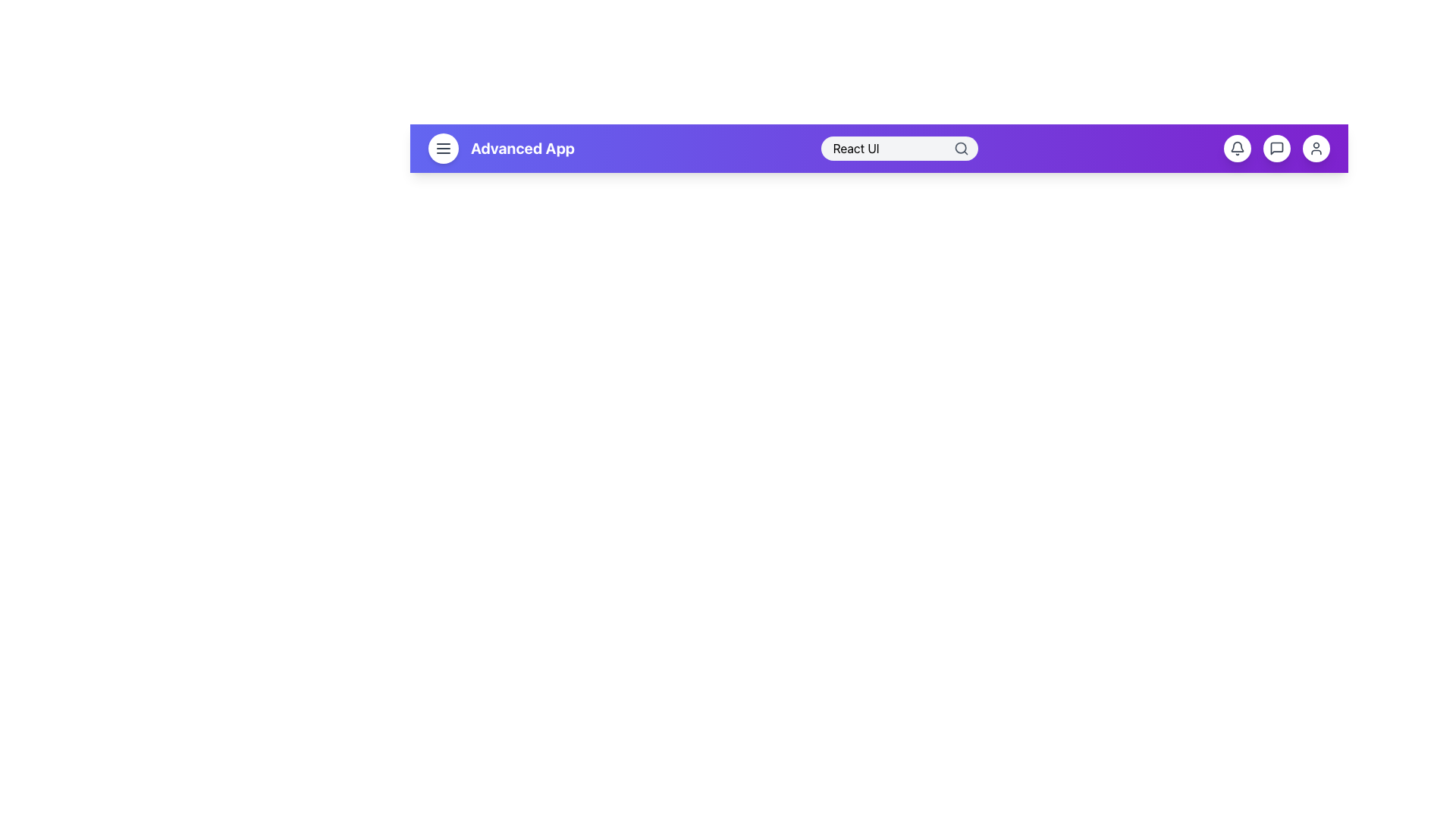 The image size is (1456, 819). I want to click on the messaging button located in the top-right corner, second from the right, so click(1276, 149).